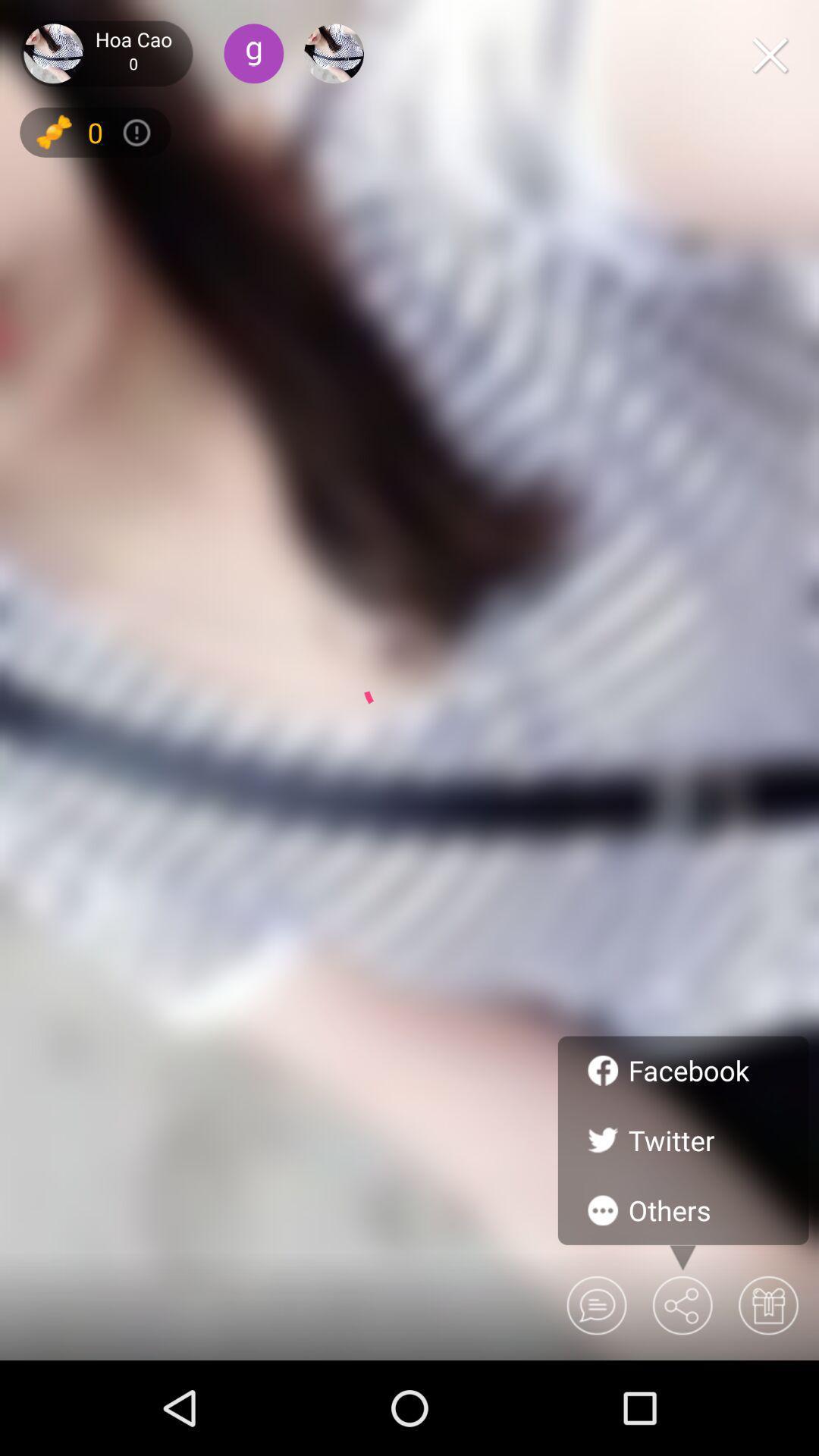 The height and width of the screenshot is (1456, 819). What do you see at coordinates (595, 1304) in the screenshot?
I see `the chat icon` at bounding box center [595, 1304].